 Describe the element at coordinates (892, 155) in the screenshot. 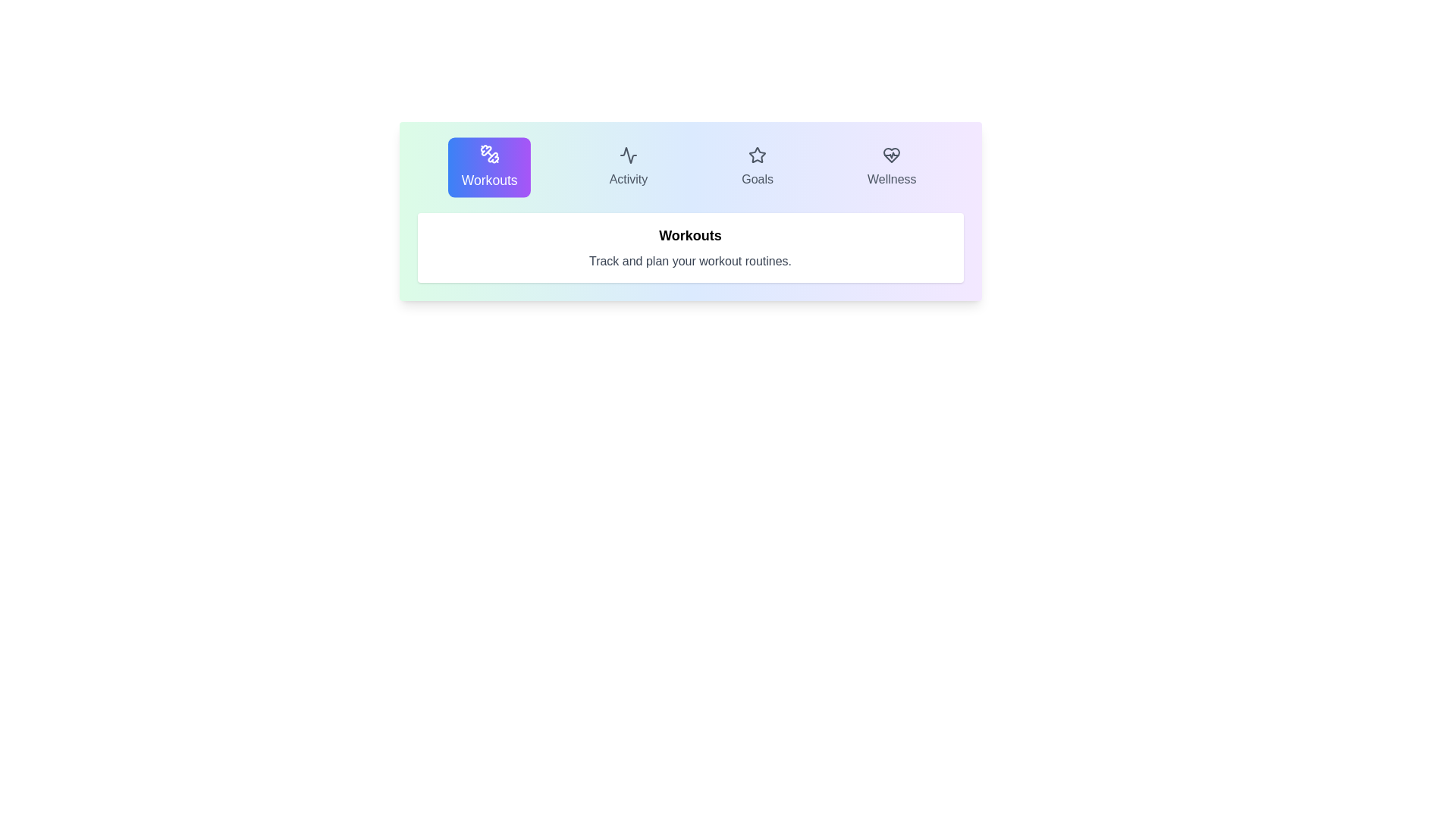

I see `the 'Wellness' or 'Health Metrics' button represented by a heart symbol, located in the bottom-right corner of the toolbar, which is the fourth button in the row` at that location.